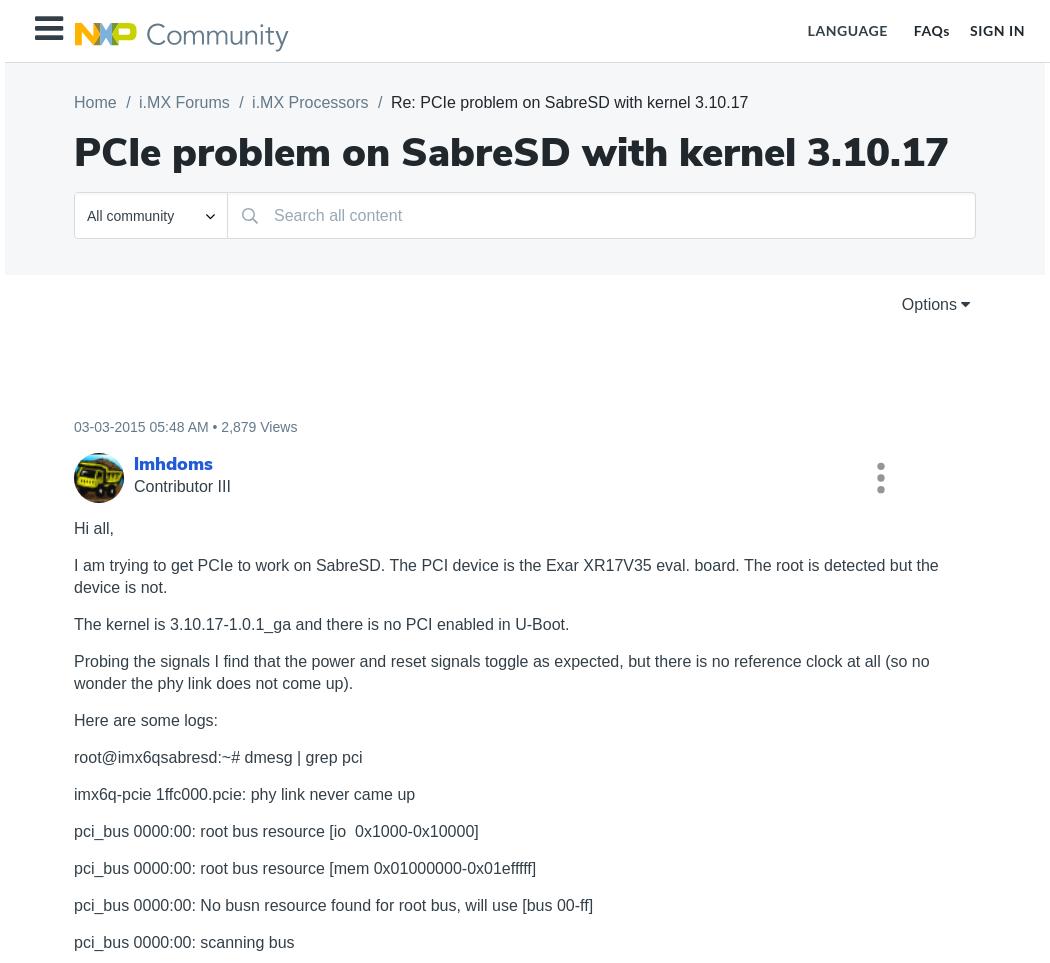  Describe the element at coordinates (183, 101) in the screenshot. I see `'i.MX Forums'` at that location.